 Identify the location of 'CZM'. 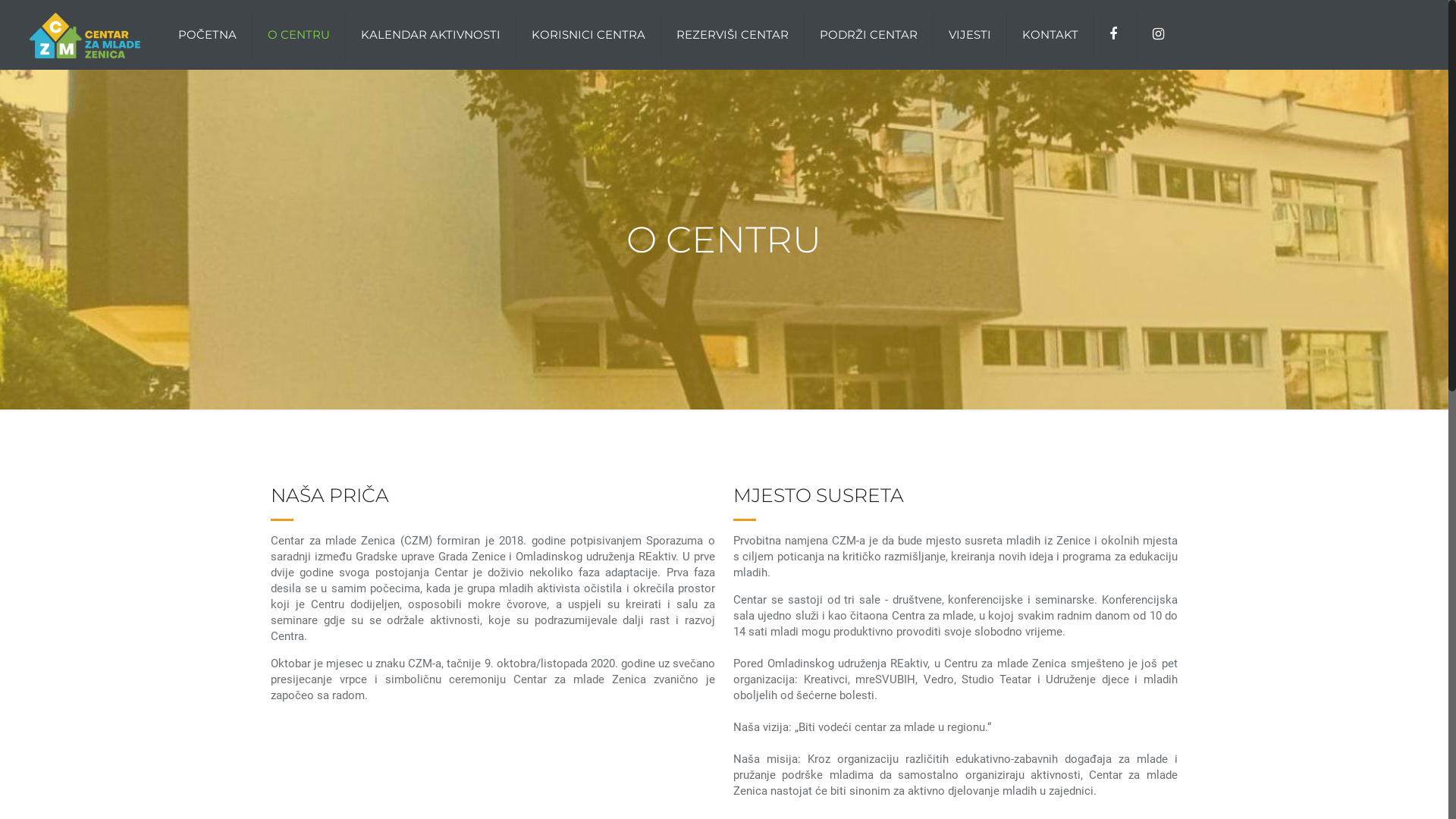
(83, 34).